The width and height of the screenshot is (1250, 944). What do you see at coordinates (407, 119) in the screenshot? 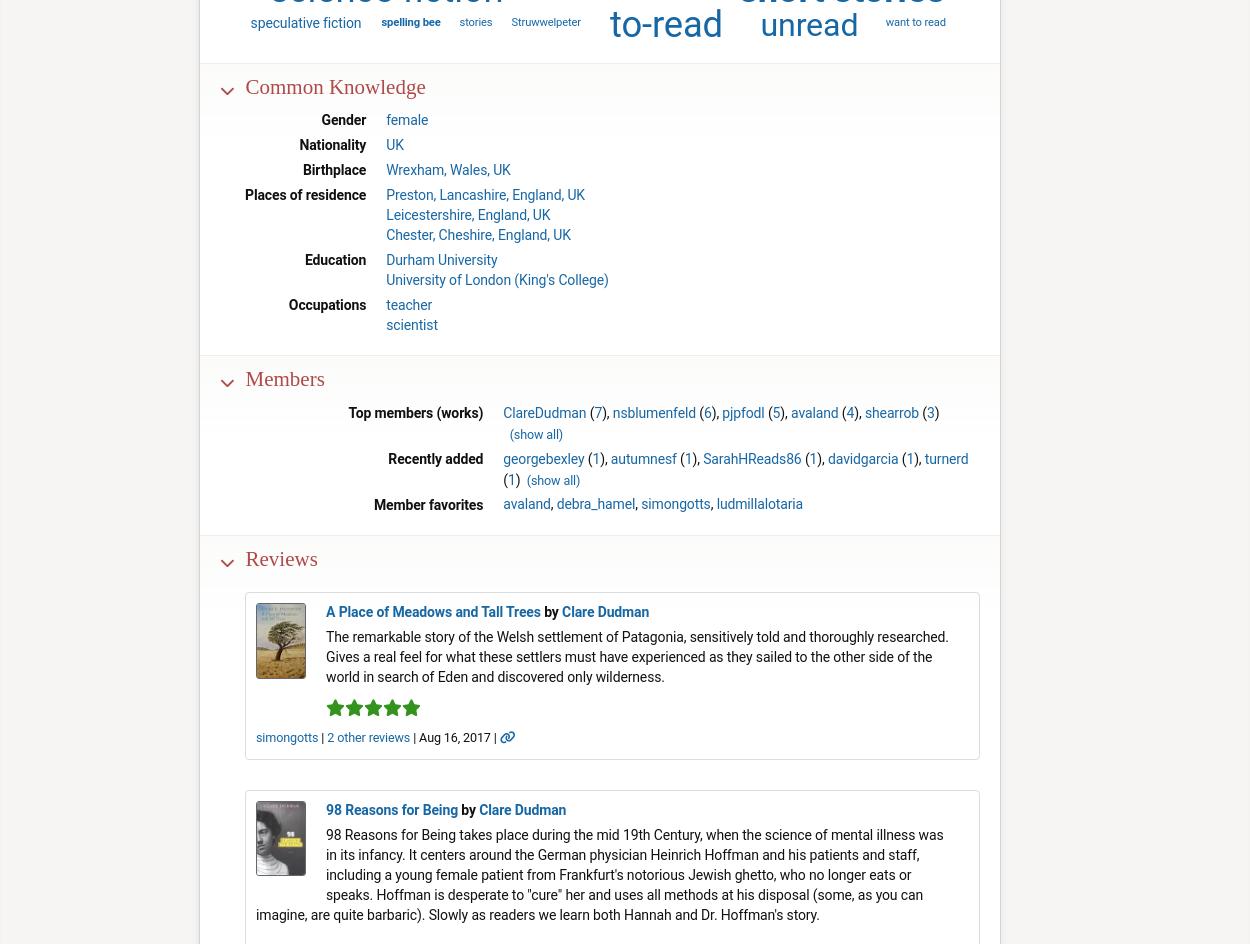
I see `'female'` at bounding box center [407, 119].